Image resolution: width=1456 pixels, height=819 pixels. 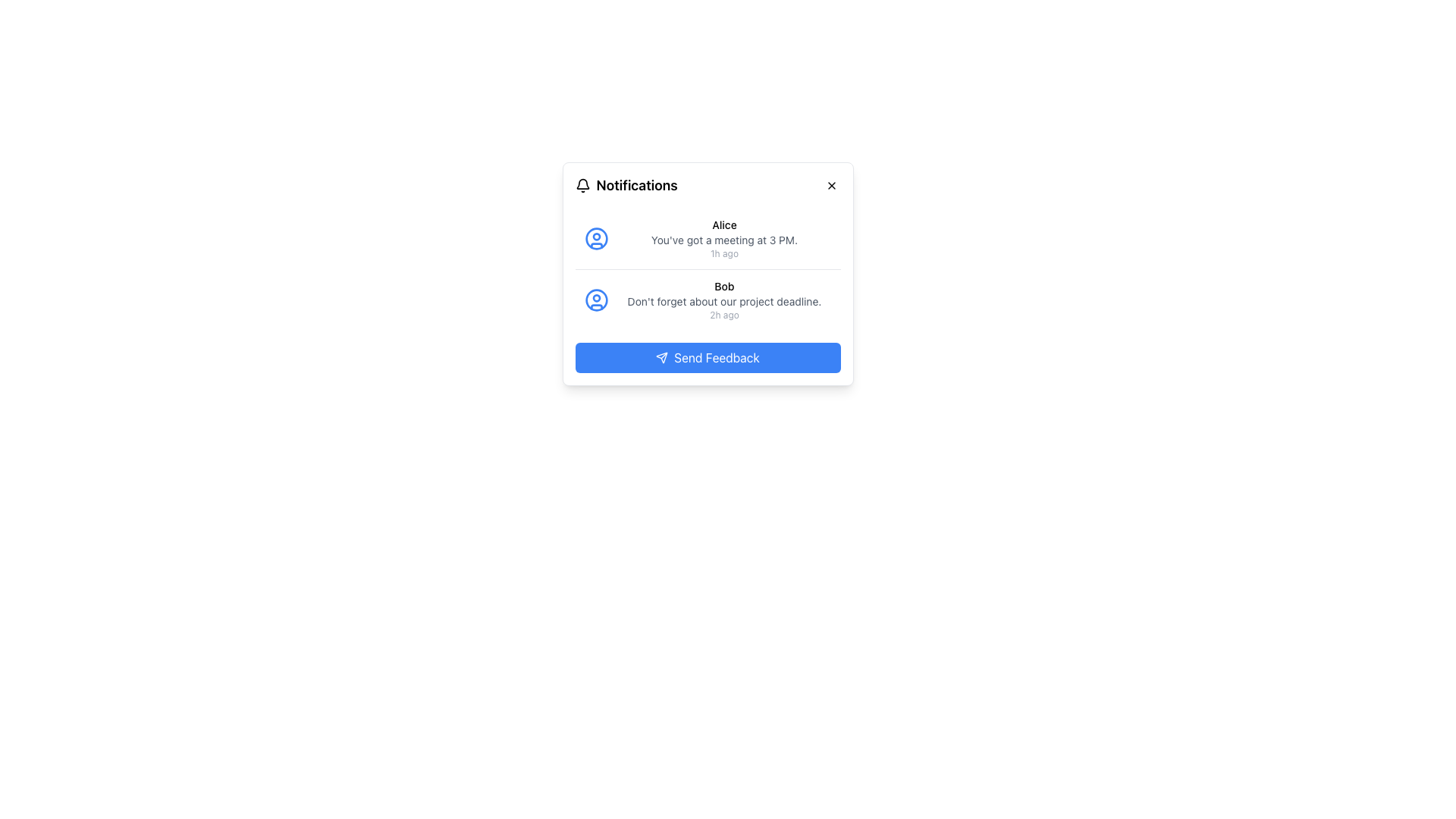 What do you see at coordinates (626, 185) in the screenshot?
I see `the text label reading 'Notifications' which is styled in a large, bold font and is located at the top-left corner of the notification card, visually aligned with a bell icon` at bounding box center [626, 185].